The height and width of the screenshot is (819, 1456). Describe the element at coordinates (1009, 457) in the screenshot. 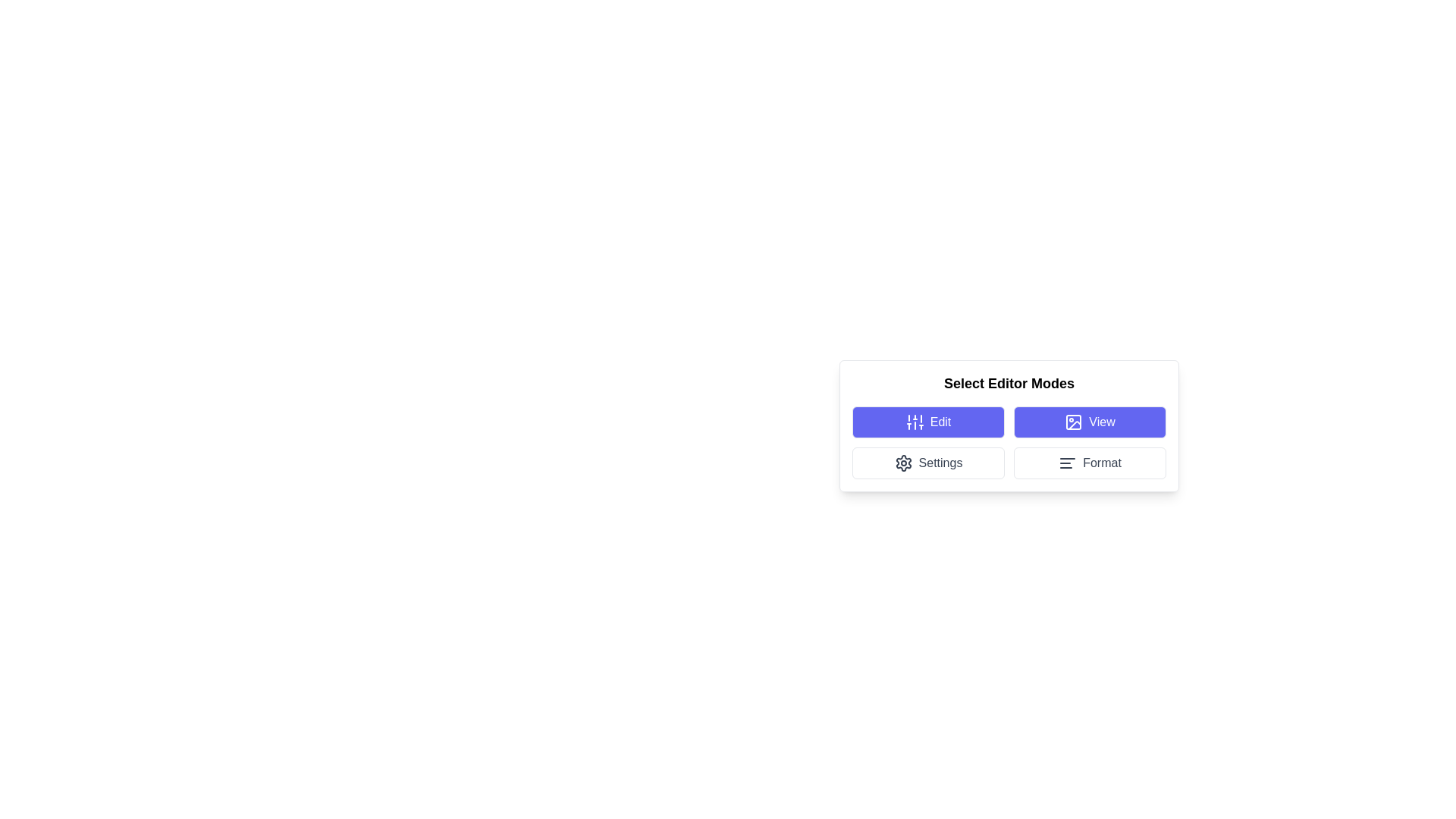

I see `the 'Format' button in the modal dialog for selecting editor modes to adjust formatting styles` at that location.